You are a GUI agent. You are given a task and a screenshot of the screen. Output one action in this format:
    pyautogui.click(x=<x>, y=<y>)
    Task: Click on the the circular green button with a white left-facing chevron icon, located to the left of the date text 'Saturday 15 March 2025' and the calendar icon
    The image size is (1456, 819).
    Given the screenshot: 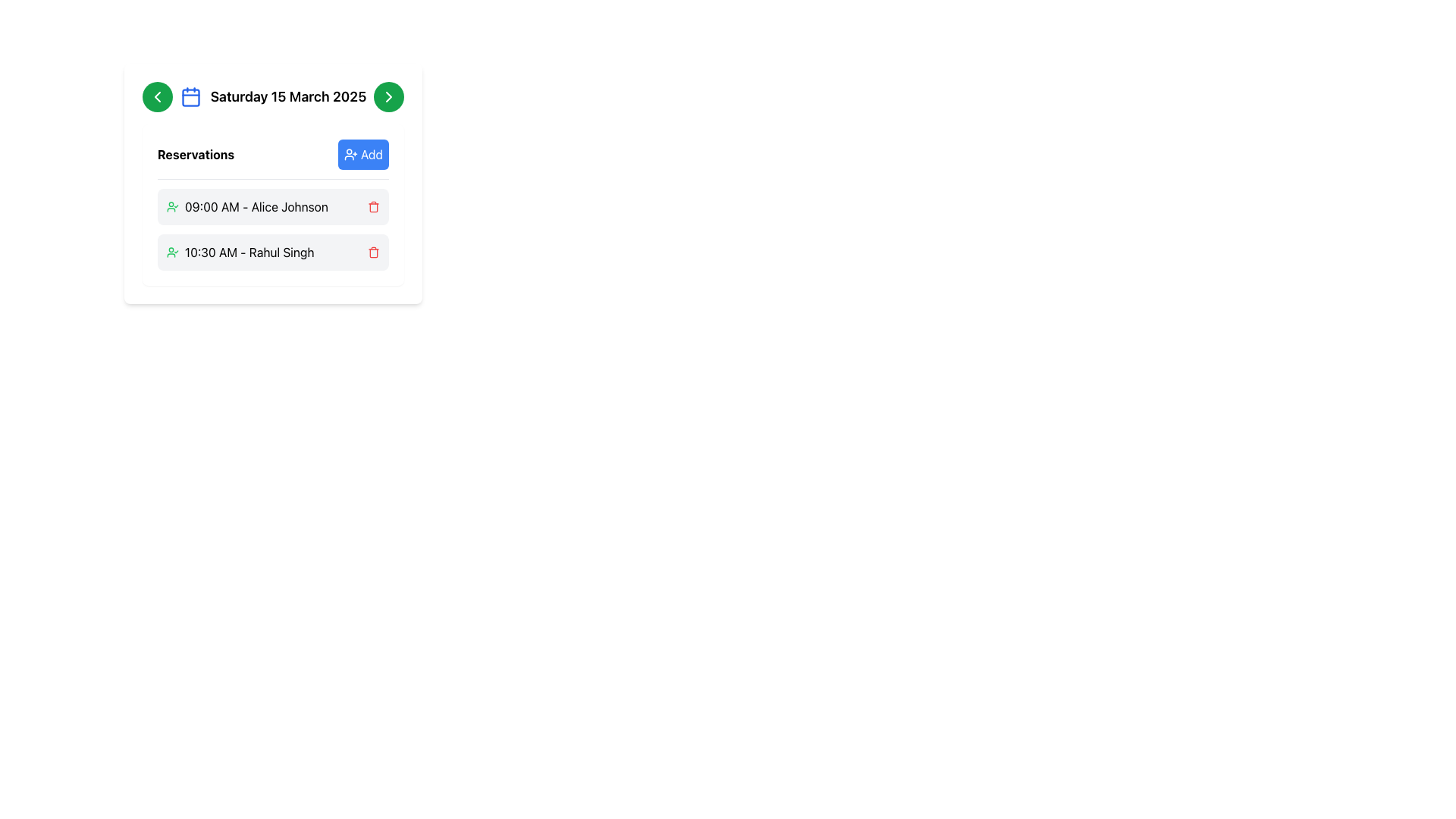 What is the action you would take?
    pyautogui.click(x=157, y=96)
    